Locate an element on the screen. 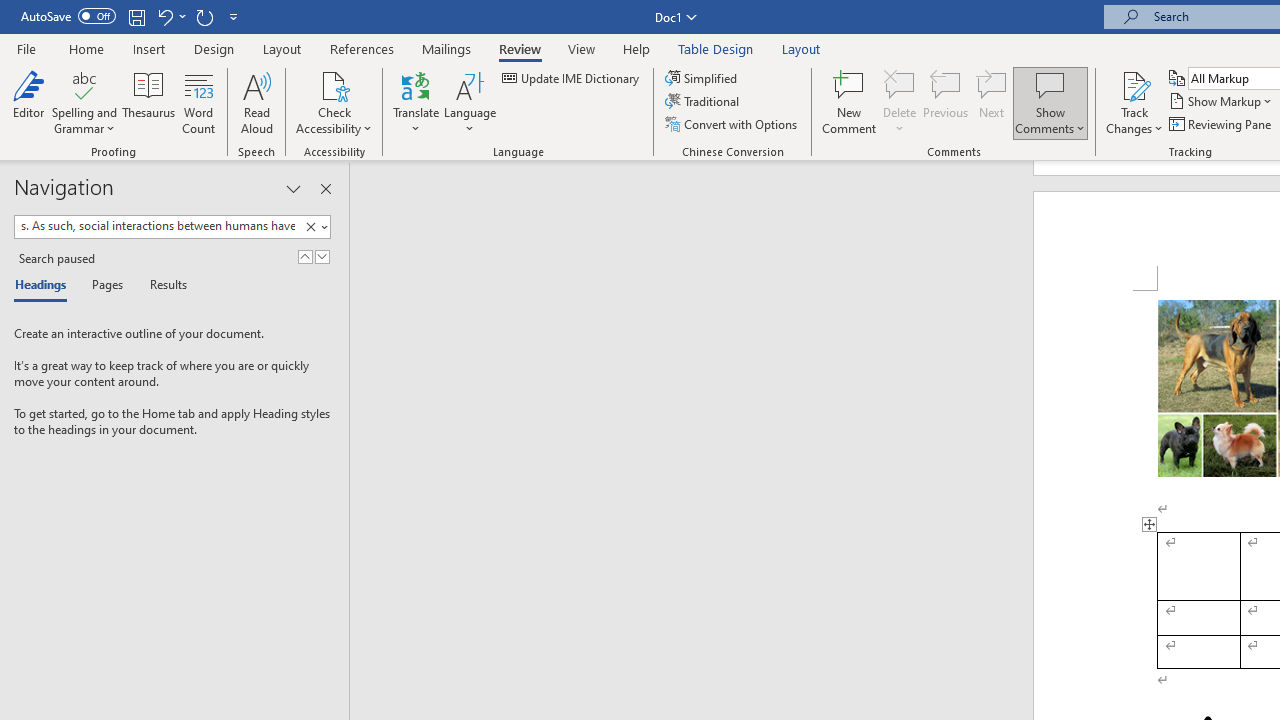 The width and height of the screenshot is (1280, 720). 'AutoSave' is located at coordinates (68, 16).